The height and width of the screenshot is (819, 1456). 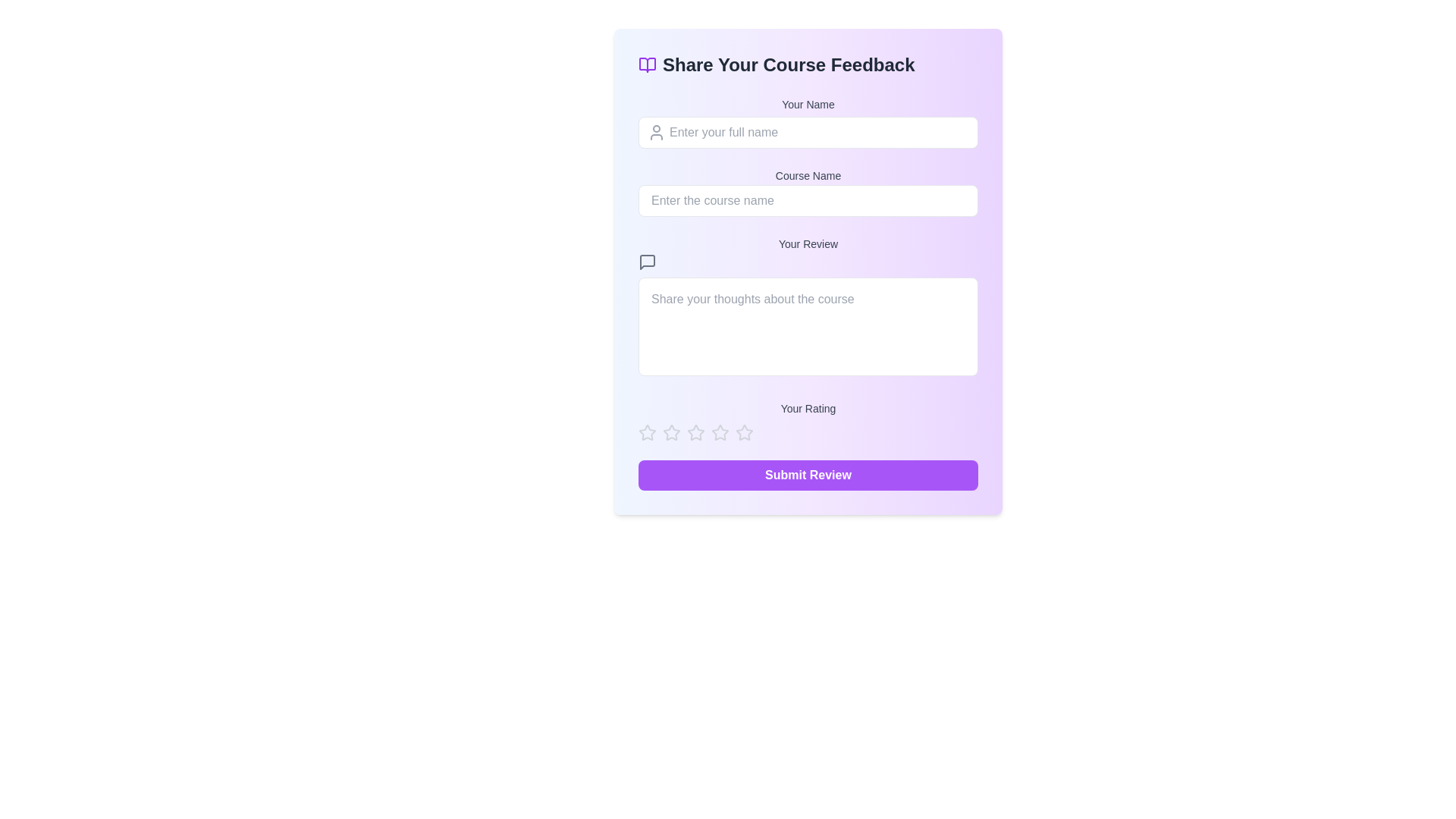 What do you see at coordinates (807, 64) in the screenshot?
I see `the heading element that serves as the title for the feedback form` at bounding box center [807, 64].